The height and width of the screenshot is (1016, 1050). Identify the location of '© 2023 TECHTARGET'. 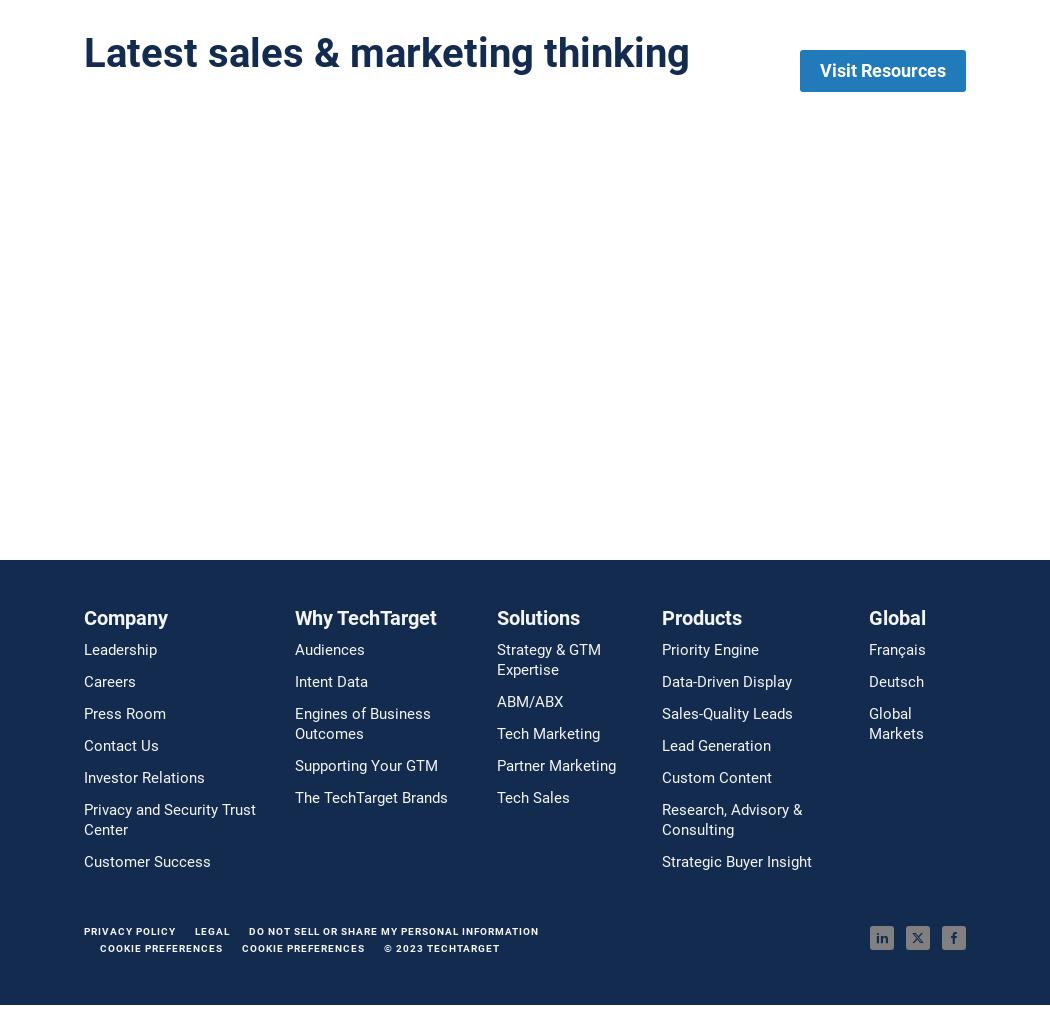
(441, 946).